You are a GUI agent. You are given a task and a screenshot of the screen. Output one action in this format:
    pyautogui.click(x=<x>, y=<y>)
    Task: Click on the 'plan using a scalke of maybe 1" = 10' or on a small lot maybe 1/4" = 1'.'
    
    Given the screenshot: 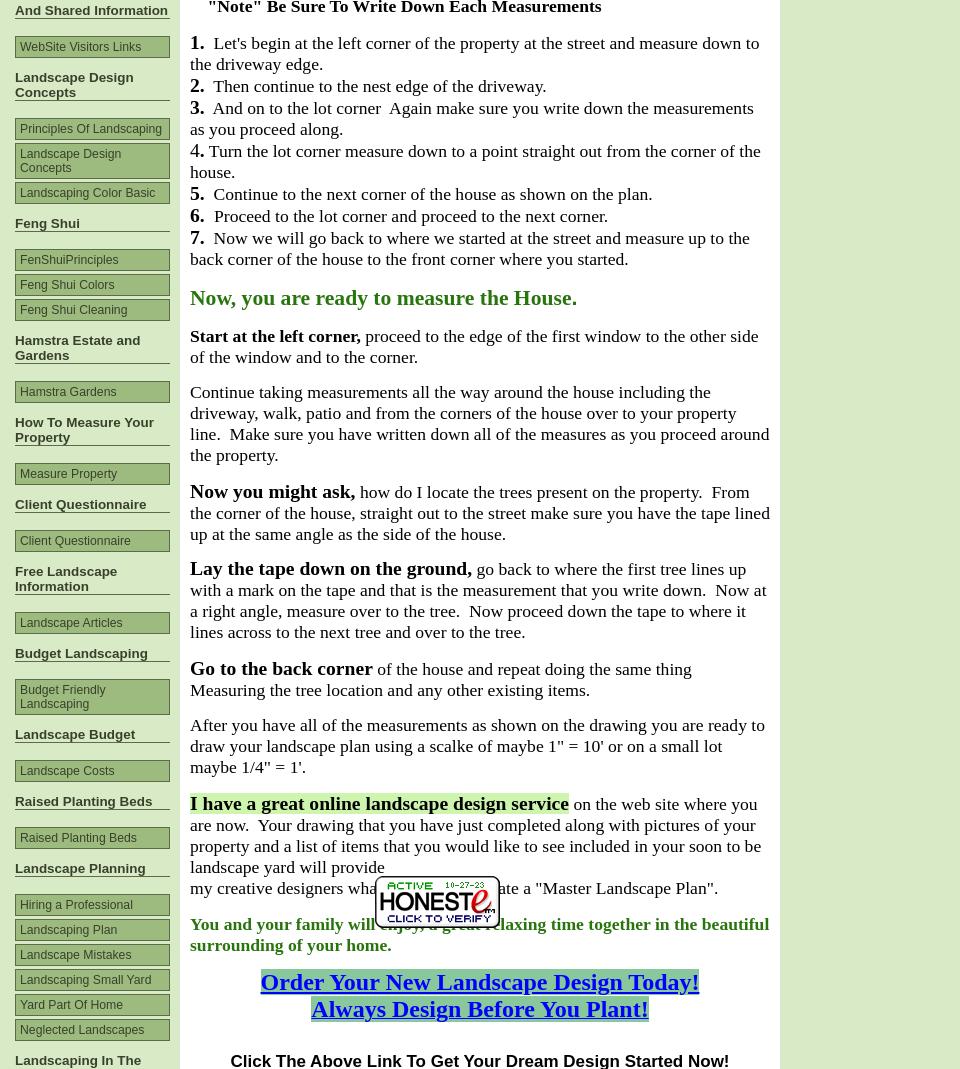 What is the action you would take?
    pyautogui.click(x=189, y=755)
    